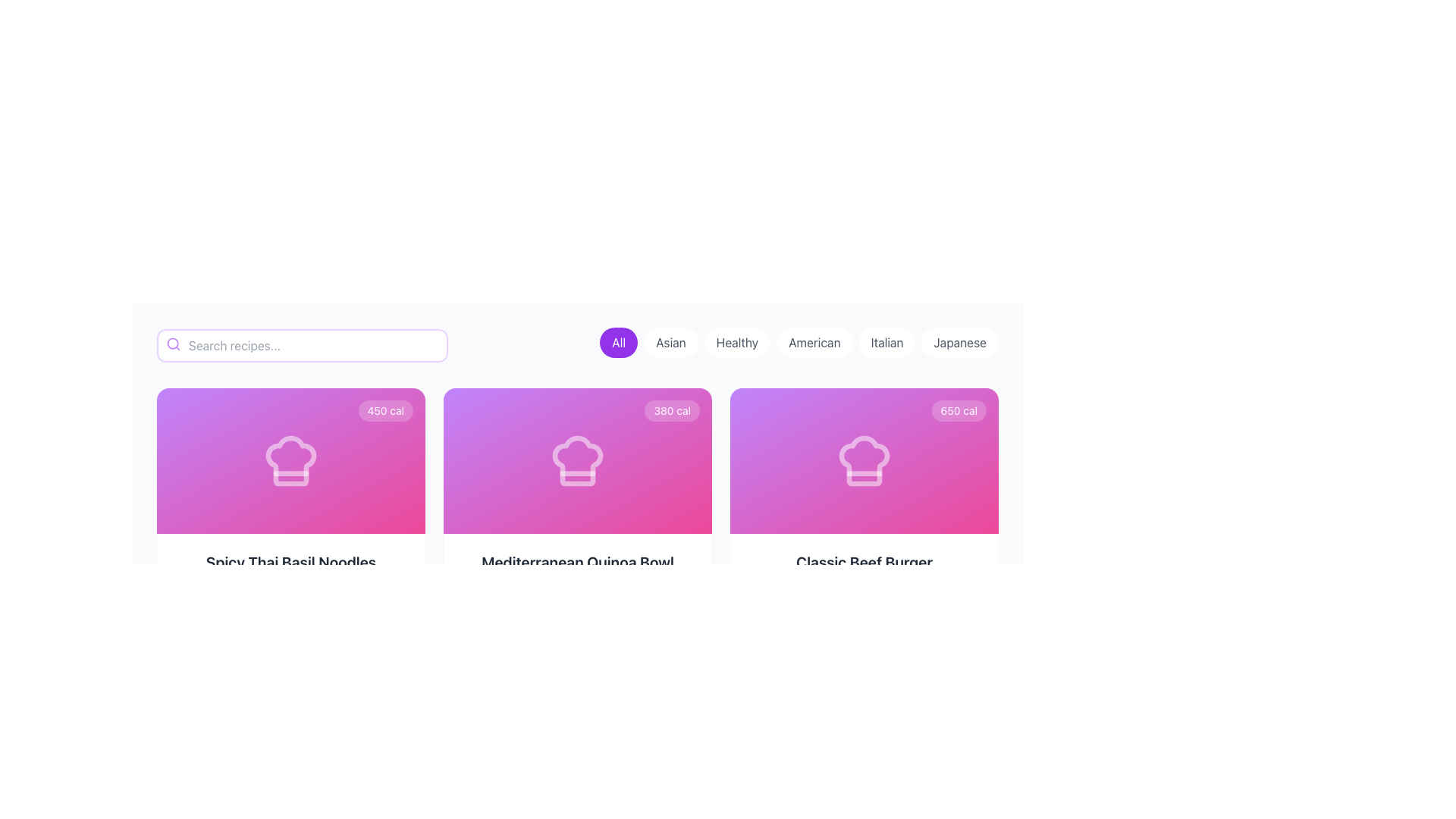 The image size is (1456, 819). Describe the element at coordinates (887, 342) in the screenshot. I see `the filter button for selecting 'Italian' cuisine` at that location.